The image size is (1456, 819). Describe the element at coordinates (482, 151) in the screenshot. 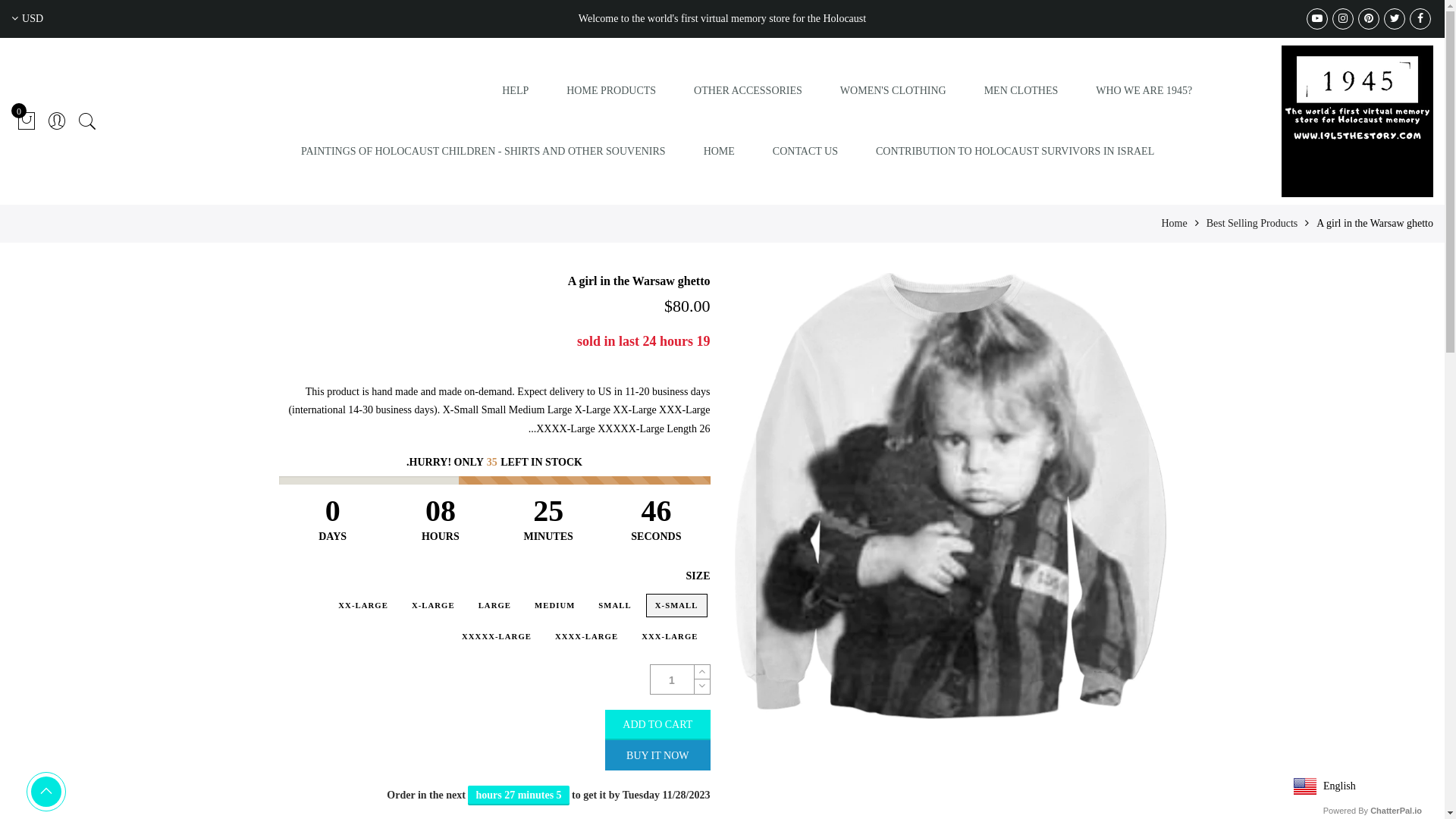

I see `'PAINTINGS OF HOLOCAUST CHILDREN - SHIRTS AND OTHER SOUVENIRS'` at that location.